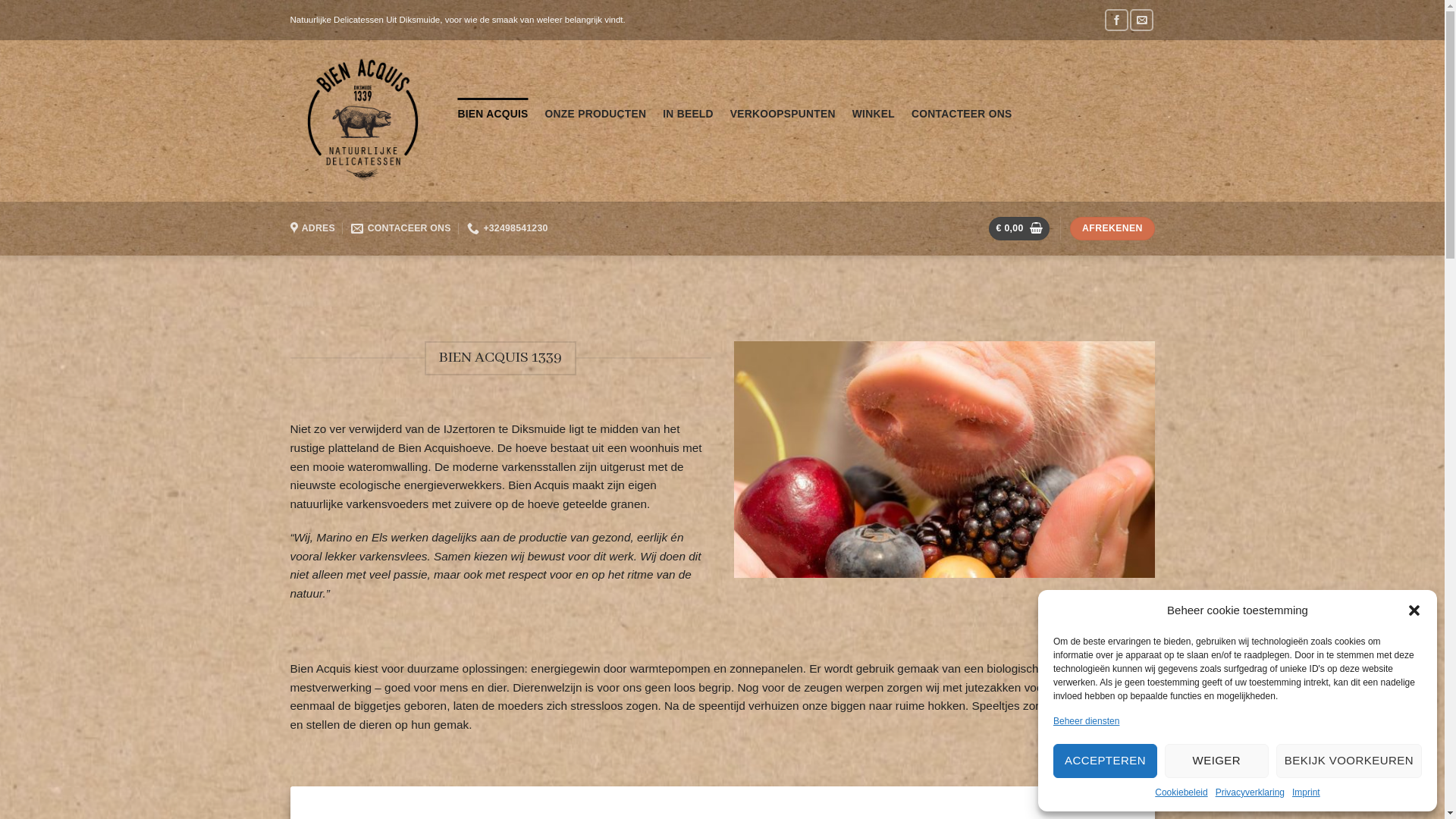 This screenshot has height=819, width=1456. I want to click on 'Imprint', so click(1291, 792).